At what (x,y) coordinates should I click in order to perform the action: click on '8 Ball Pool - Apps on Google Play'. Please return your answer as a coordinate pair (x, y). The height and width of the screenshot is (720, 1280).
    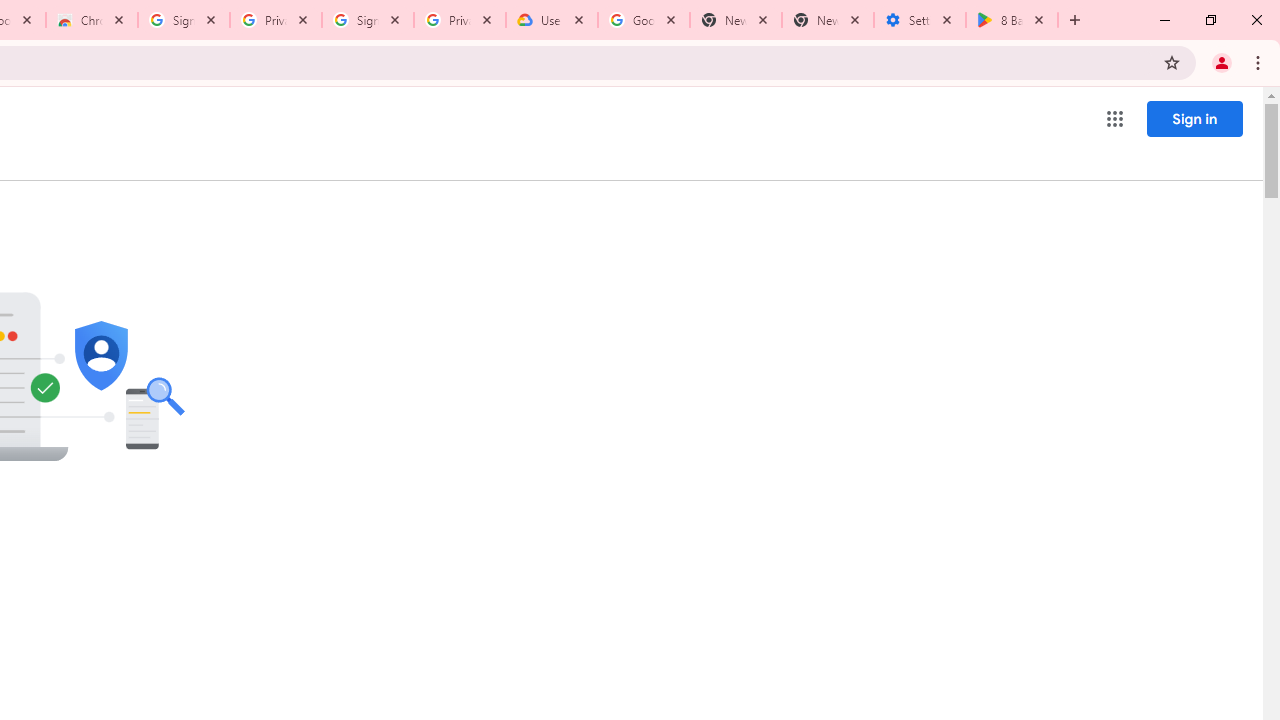
    Looking at the image, I should click on (1012, 20).